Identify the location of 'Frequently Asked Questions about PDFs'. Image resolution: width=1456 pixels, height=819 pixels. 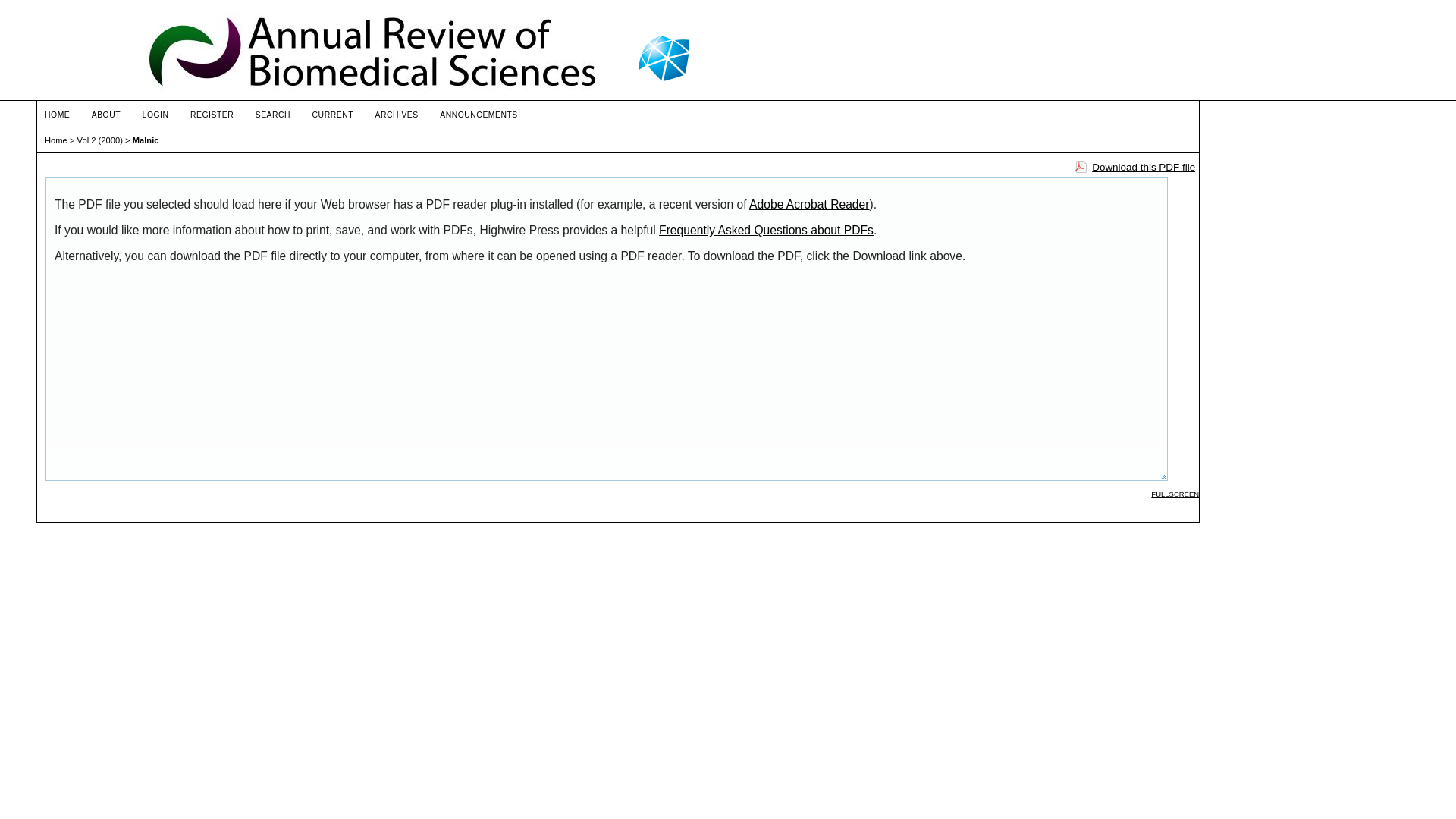
(766, 230).